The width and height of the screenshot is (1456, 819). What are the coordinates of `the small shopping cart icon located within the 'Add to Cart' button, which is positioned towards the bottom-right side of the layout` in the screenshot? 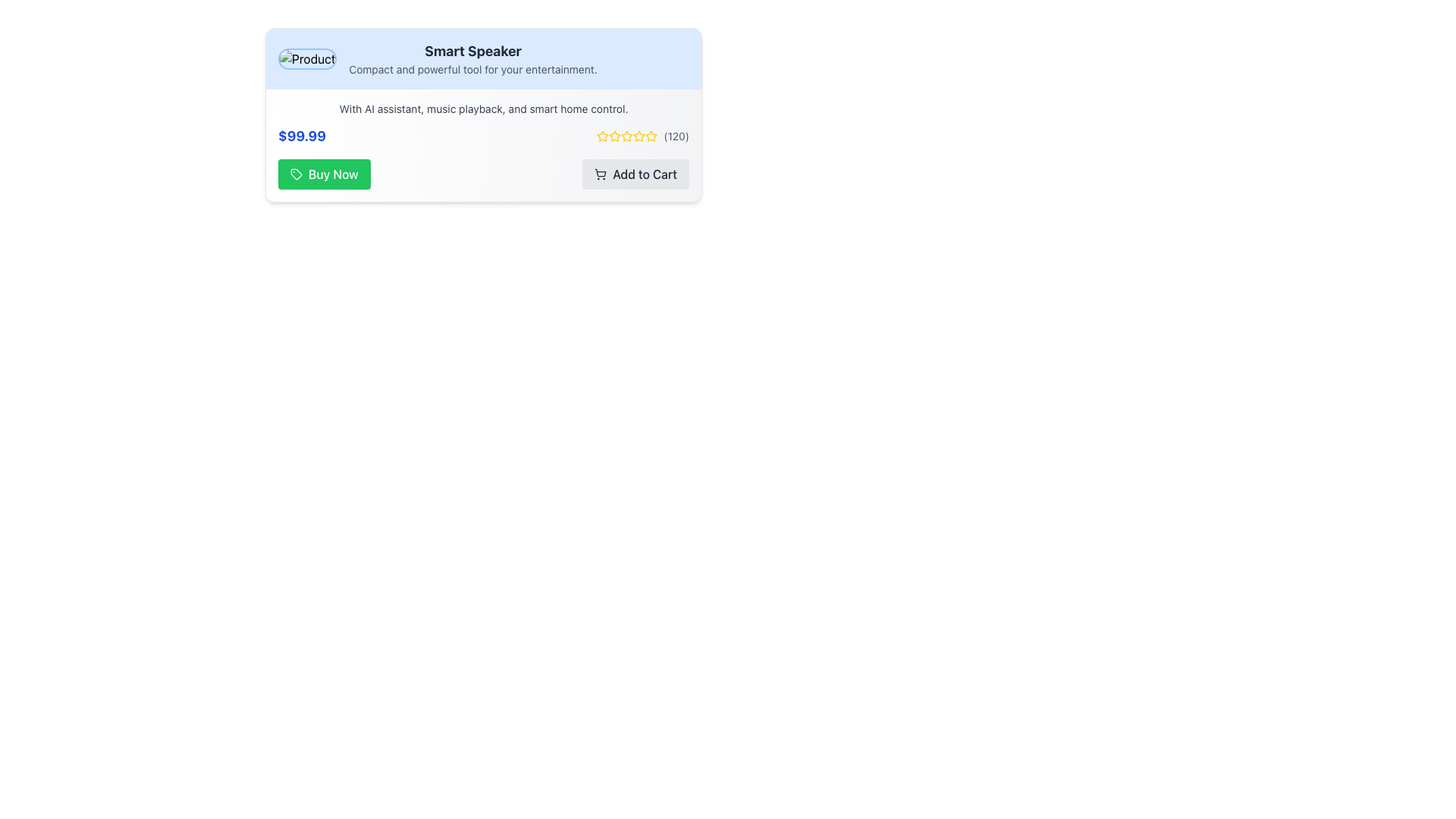 It's located at (600, 174).